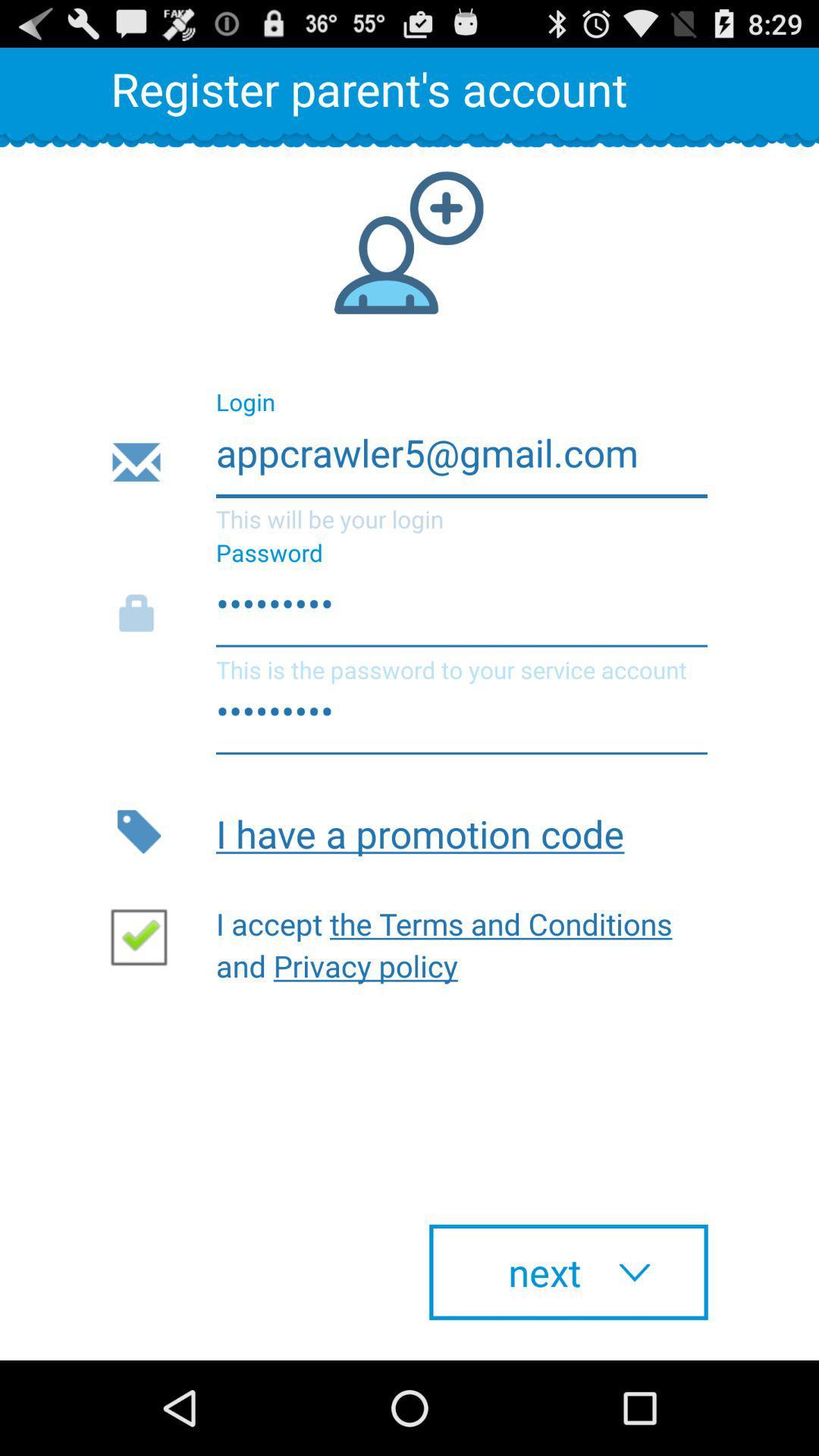 The width and height of the screenshot is (819, 1456). What do you see at coordinates (408, 462) in the screenshot?
I see `the appcrawler5@gmail.com item` at bounding box center [408, 462].